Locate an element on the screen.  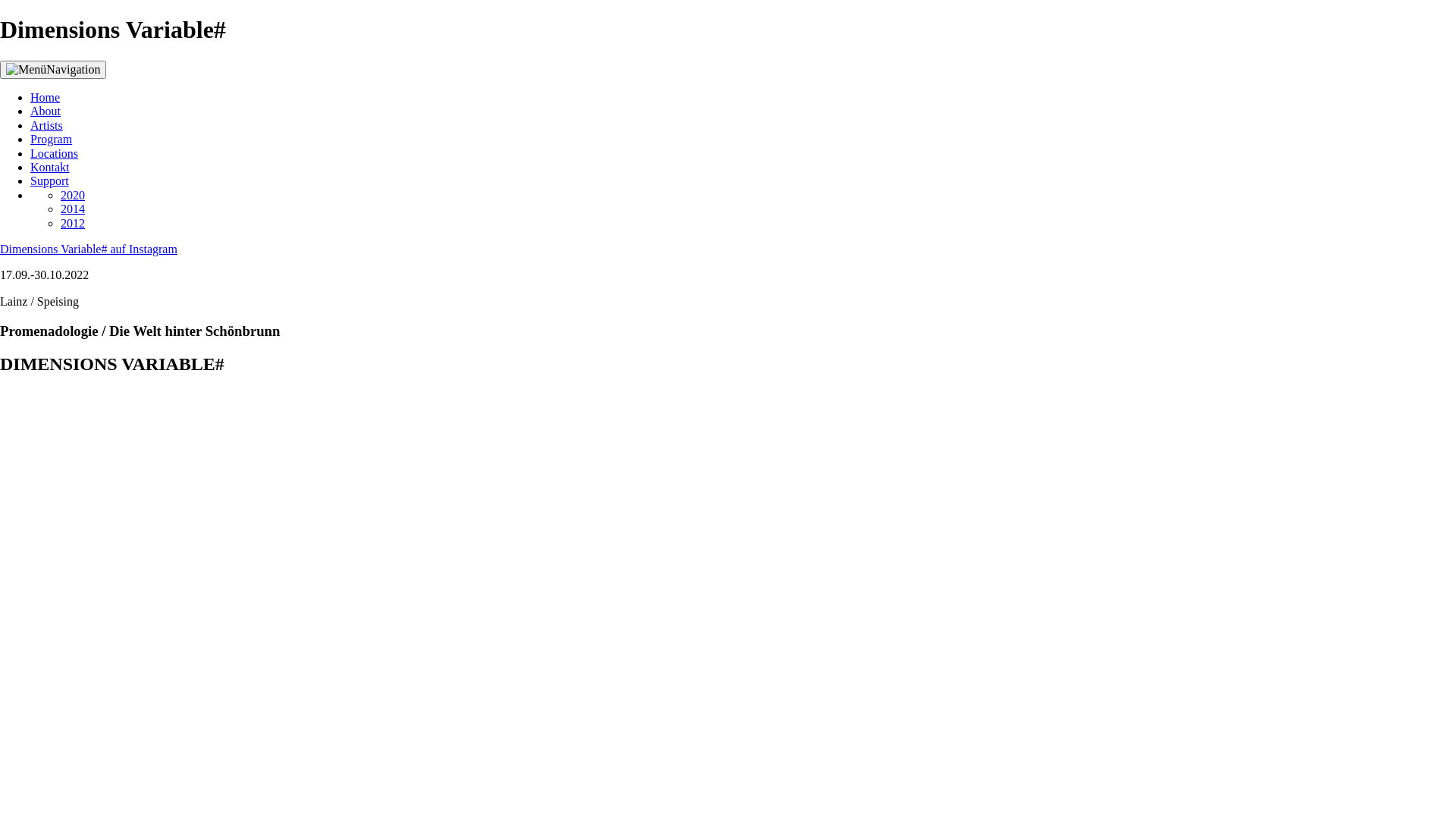
'2020' is located at coordinates (72, 194).